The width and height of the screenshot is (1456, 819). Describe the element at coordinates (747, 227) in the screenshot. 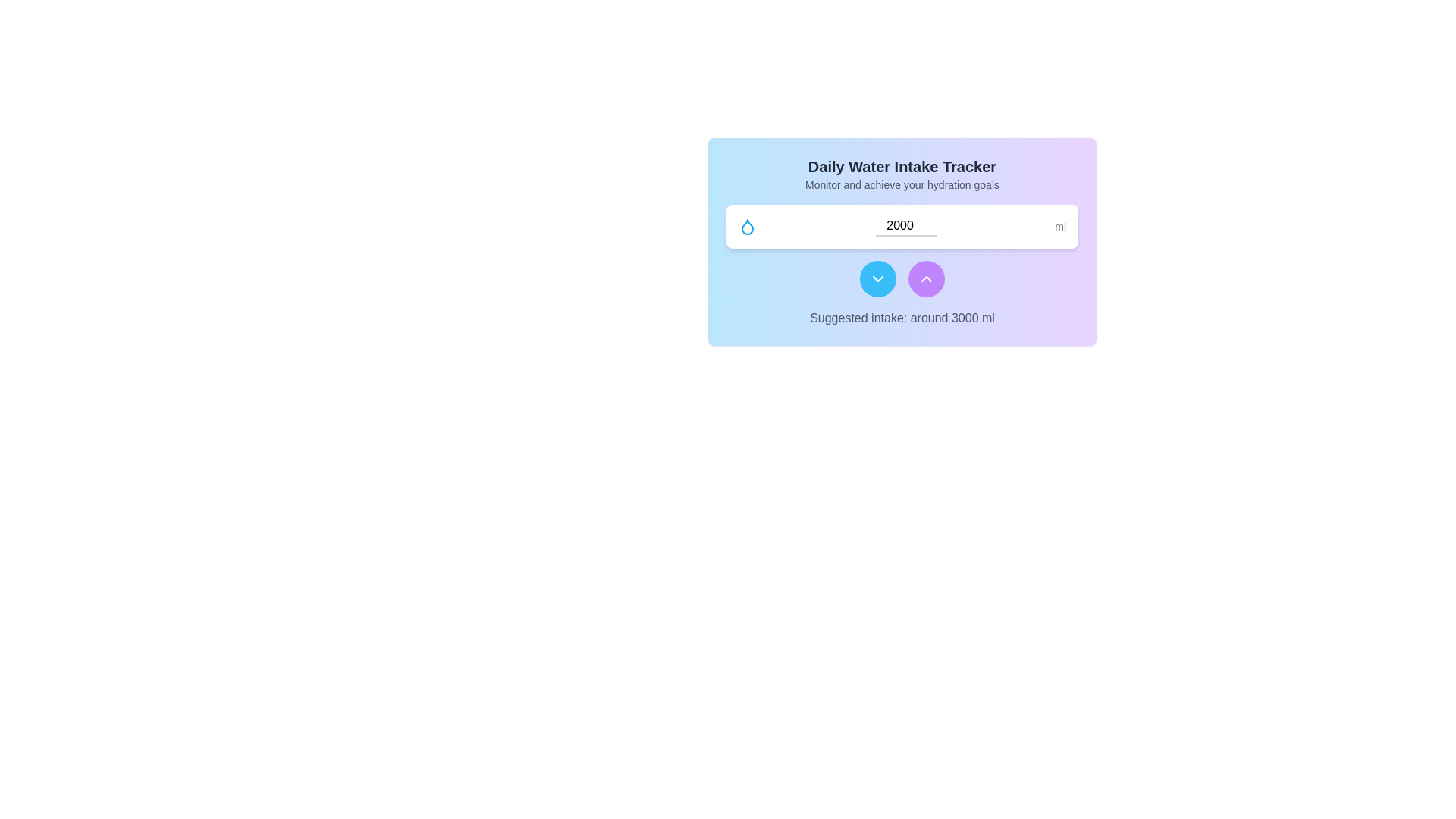

I see `the blue water droplet icon located on the left side of the input field, which is enclosed in a rectangular white box, with the numerical value '2000' and the text label 'ml' to the right` at that location.